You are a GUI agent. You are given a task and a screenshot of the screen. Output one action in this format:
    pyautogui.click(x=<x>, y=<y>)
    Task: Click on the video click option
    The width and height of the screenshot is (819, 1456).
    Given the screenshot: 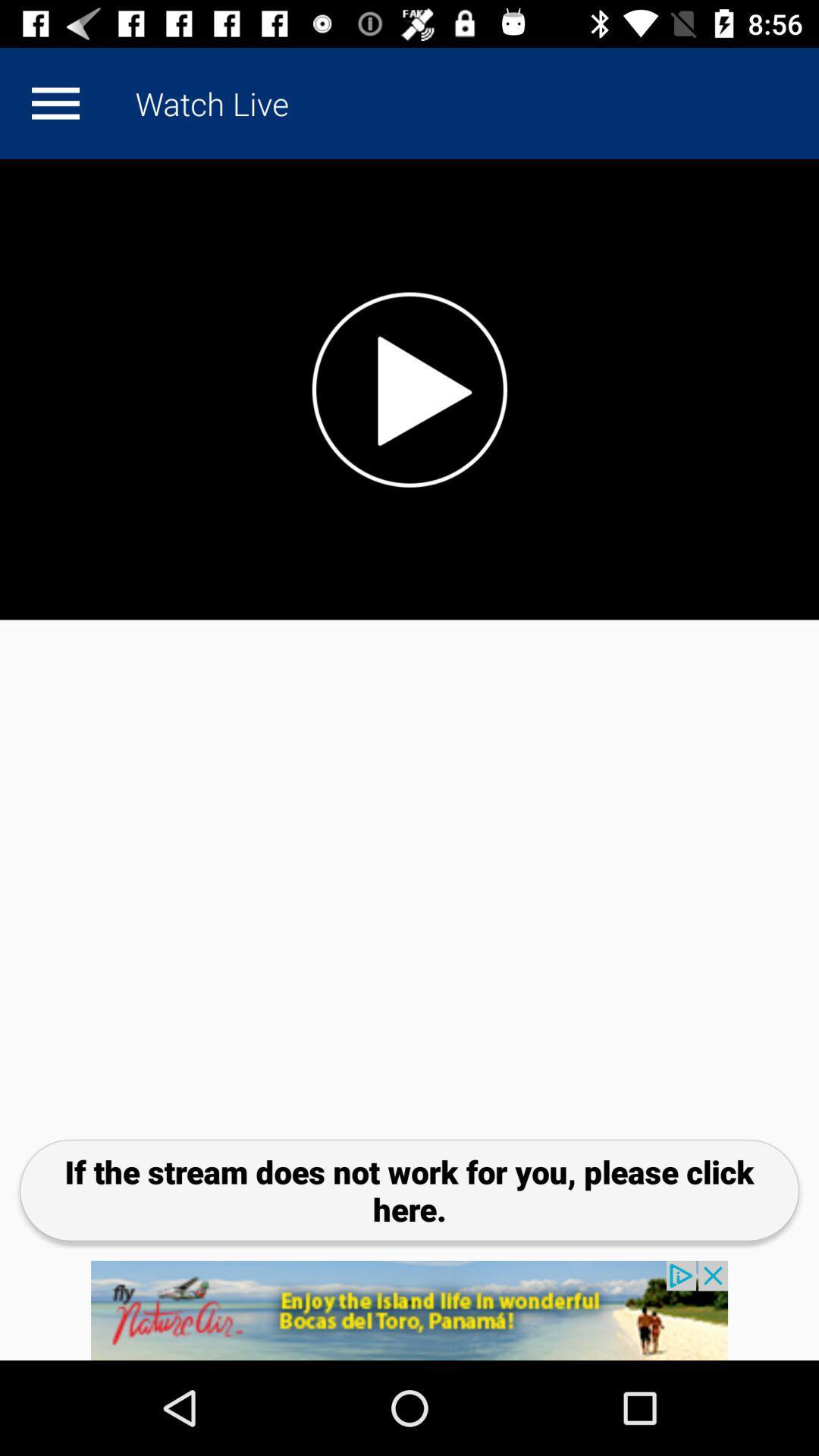 What is the action you would take?
    pyautogui.click(x=409, y=389)
    